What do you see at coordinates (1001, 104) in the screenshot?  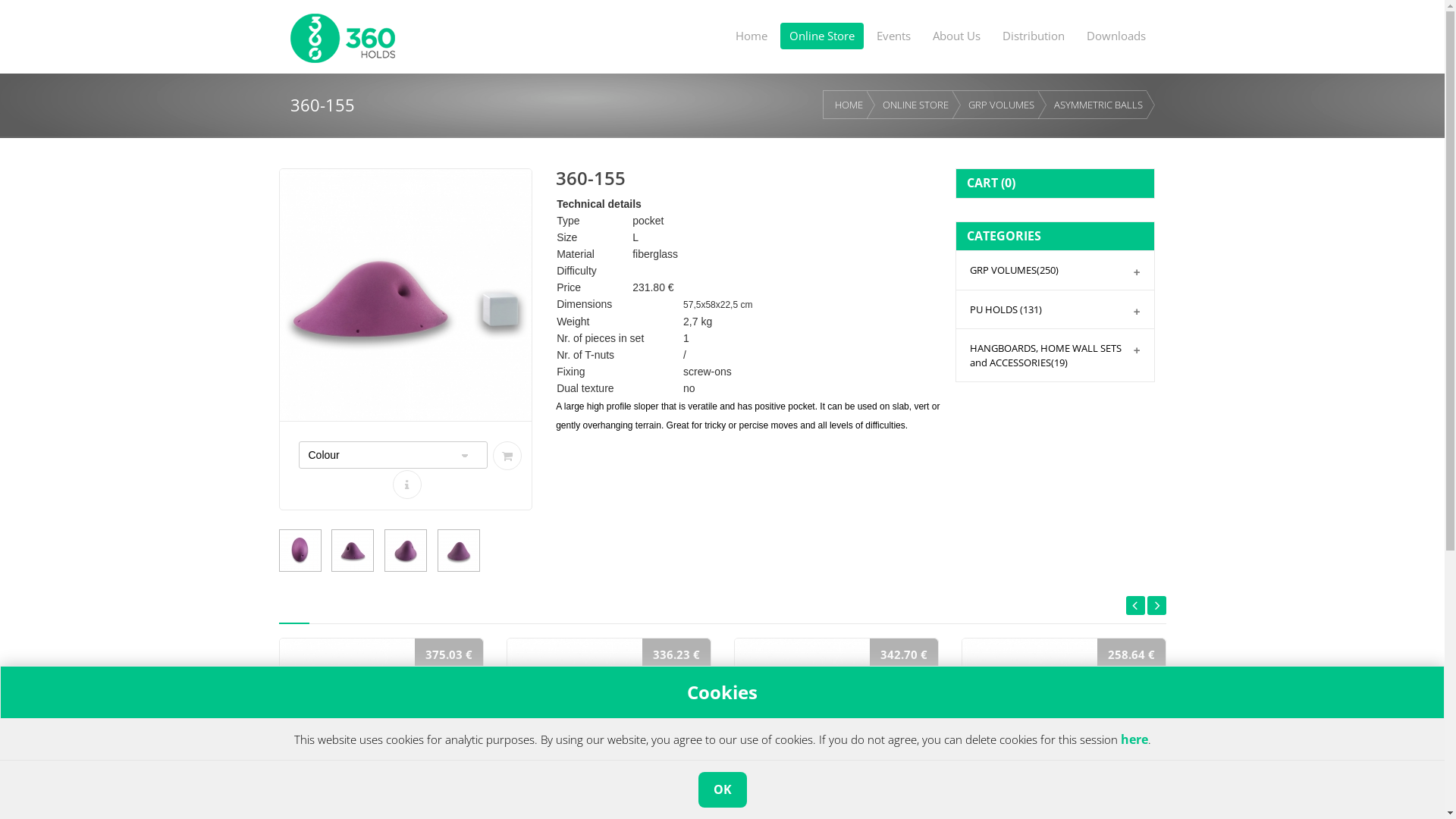 I see `'GRP VOLUMES'` at bounding box center [1001, 104].